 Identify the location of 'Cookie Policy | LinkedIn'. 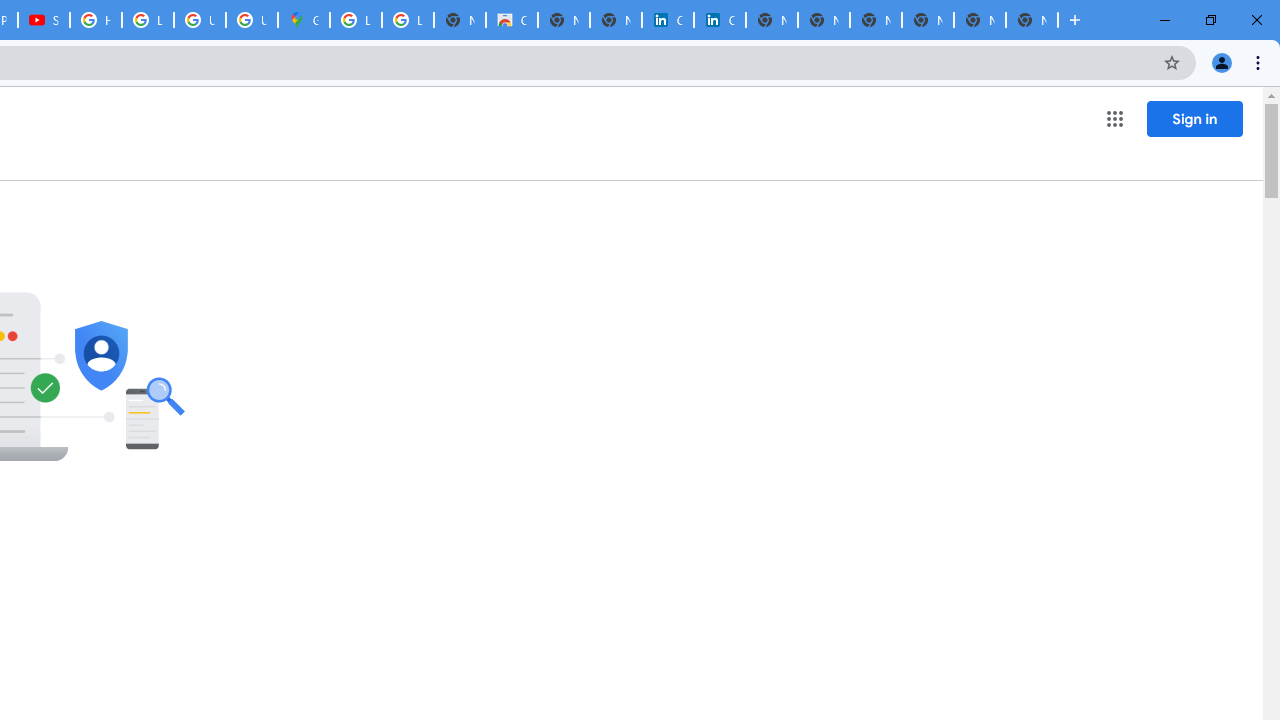
(668, 20).